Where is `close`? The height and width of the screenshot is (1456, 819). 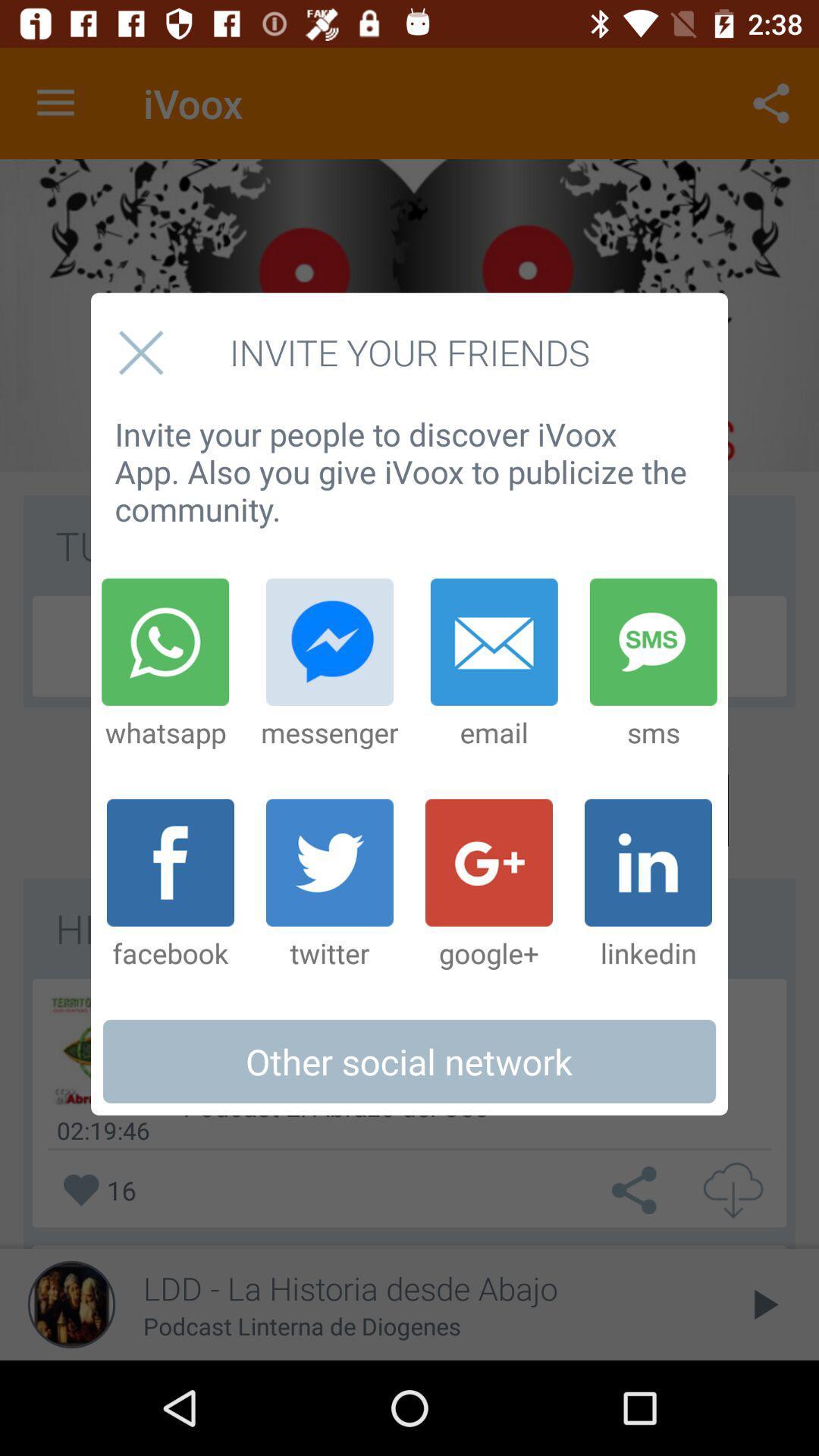
close is located at coordinates (141, 352).